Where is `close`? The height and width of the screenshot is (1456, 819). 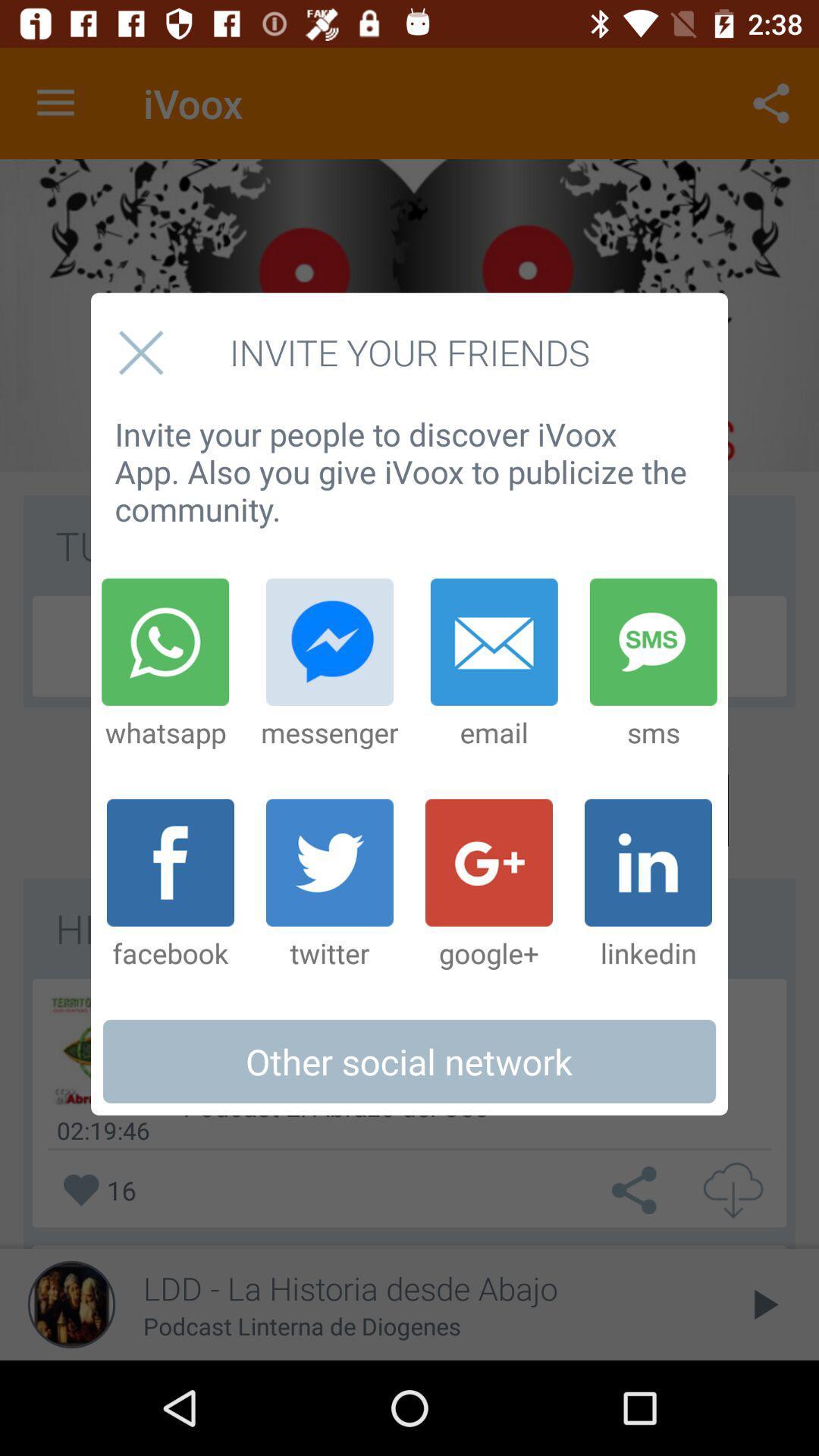
close is located at coordinates (141, 352).